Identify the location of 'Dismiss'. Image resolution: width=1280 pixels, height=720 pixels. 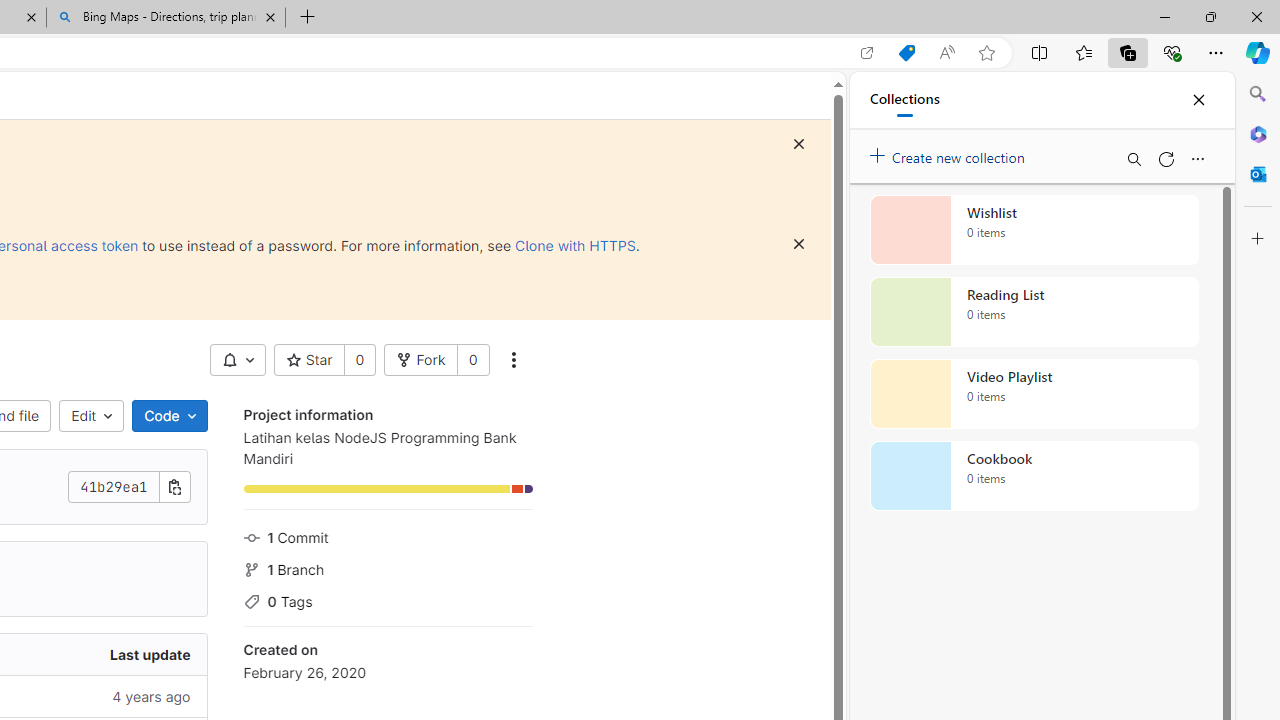
(798, 243).